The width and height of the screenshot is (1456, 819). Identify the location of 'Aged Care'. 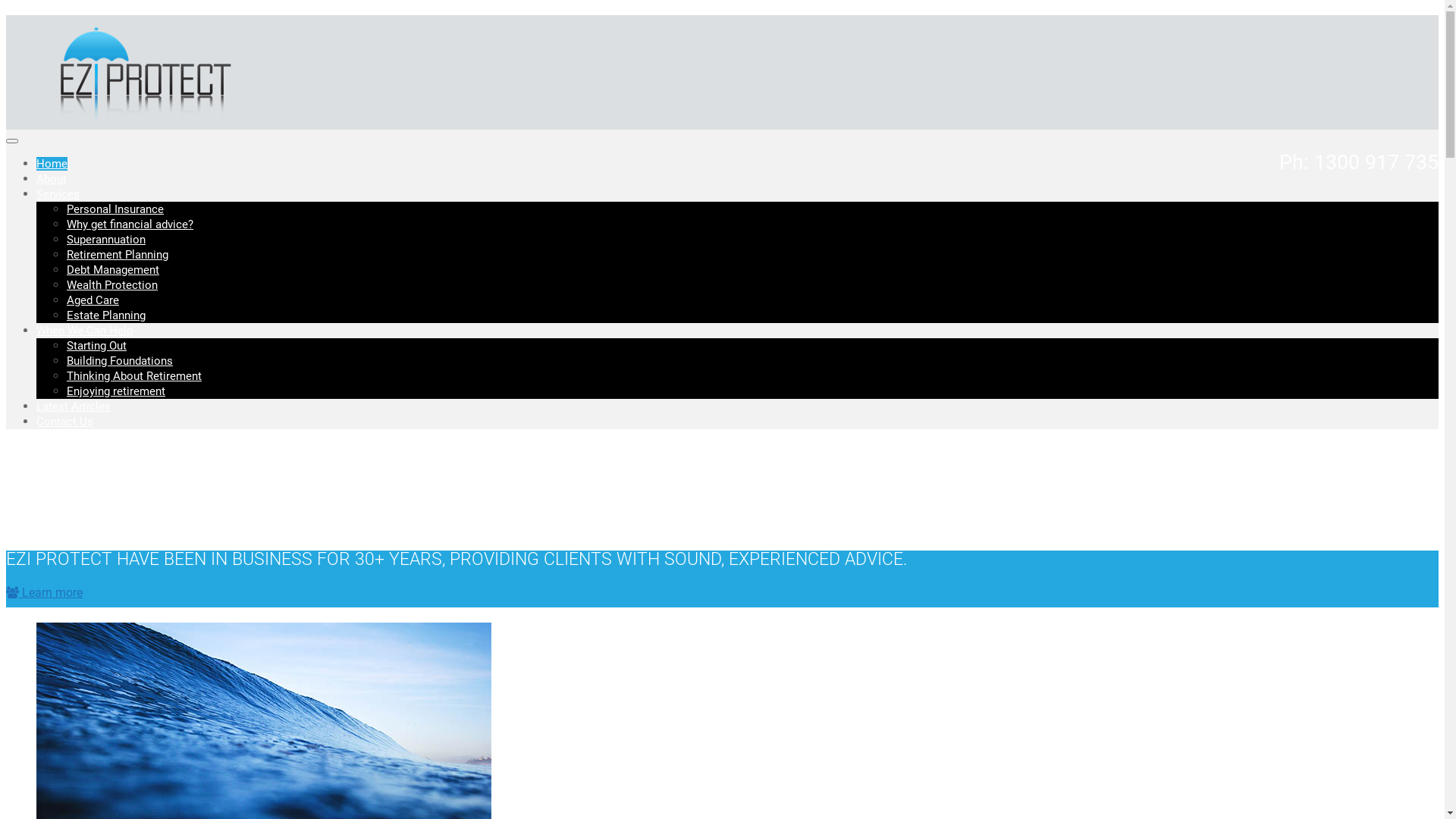
(65, 300).